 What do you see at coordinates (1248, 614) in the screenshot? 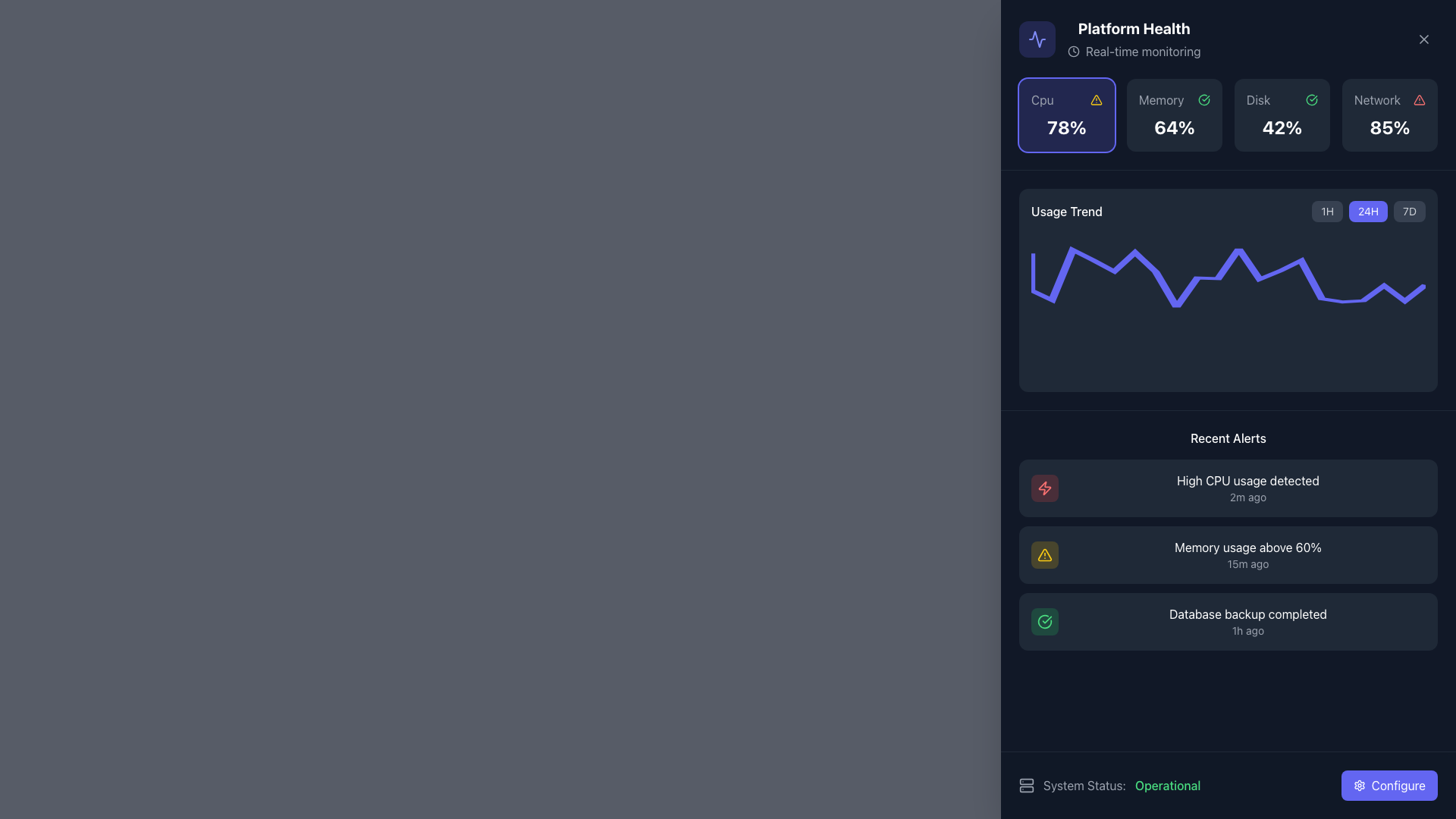
I see `text of the notification message indicating that a database backup operation has been successfully completed, which is located in the 'Recent Alerts' section, specifically the third notification block above the '1h ago' subtext and next to the green checkmark icon` at bounding box center [1248, 614].